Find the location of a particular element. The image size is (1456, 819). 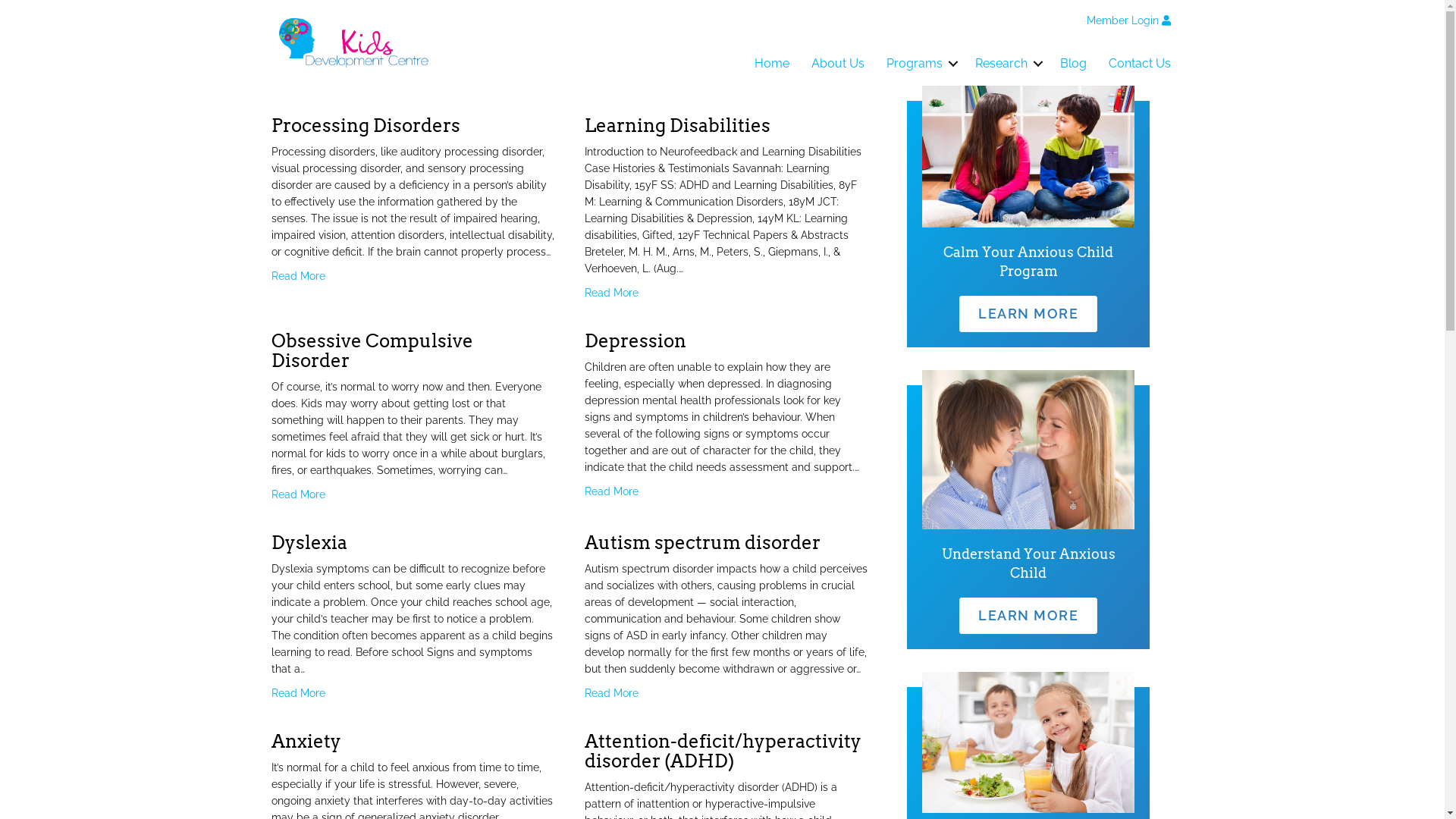

'Anxiety' is located at coordinates (305, 740).